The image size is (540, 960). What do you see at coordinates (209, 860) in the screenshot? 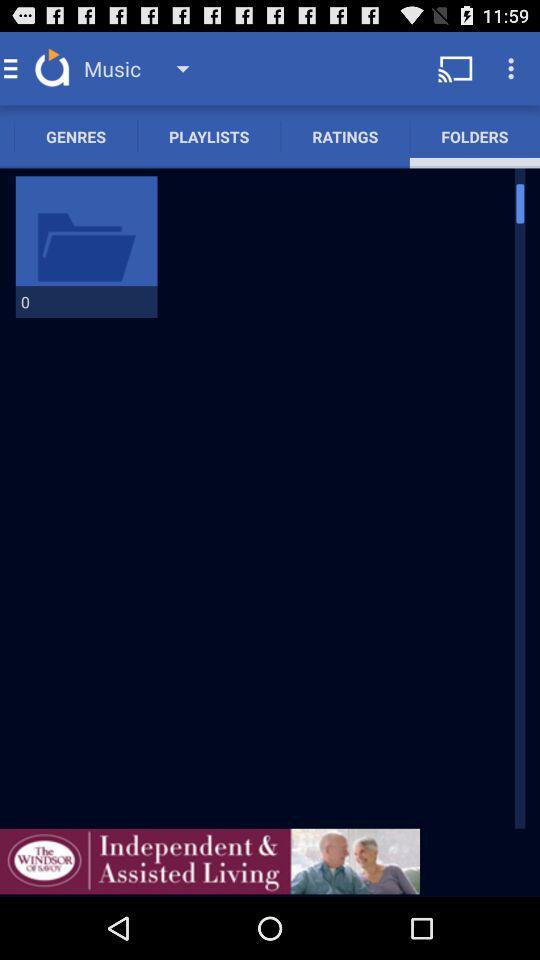
I see `open advertisement` at bounding box center [209, 860].